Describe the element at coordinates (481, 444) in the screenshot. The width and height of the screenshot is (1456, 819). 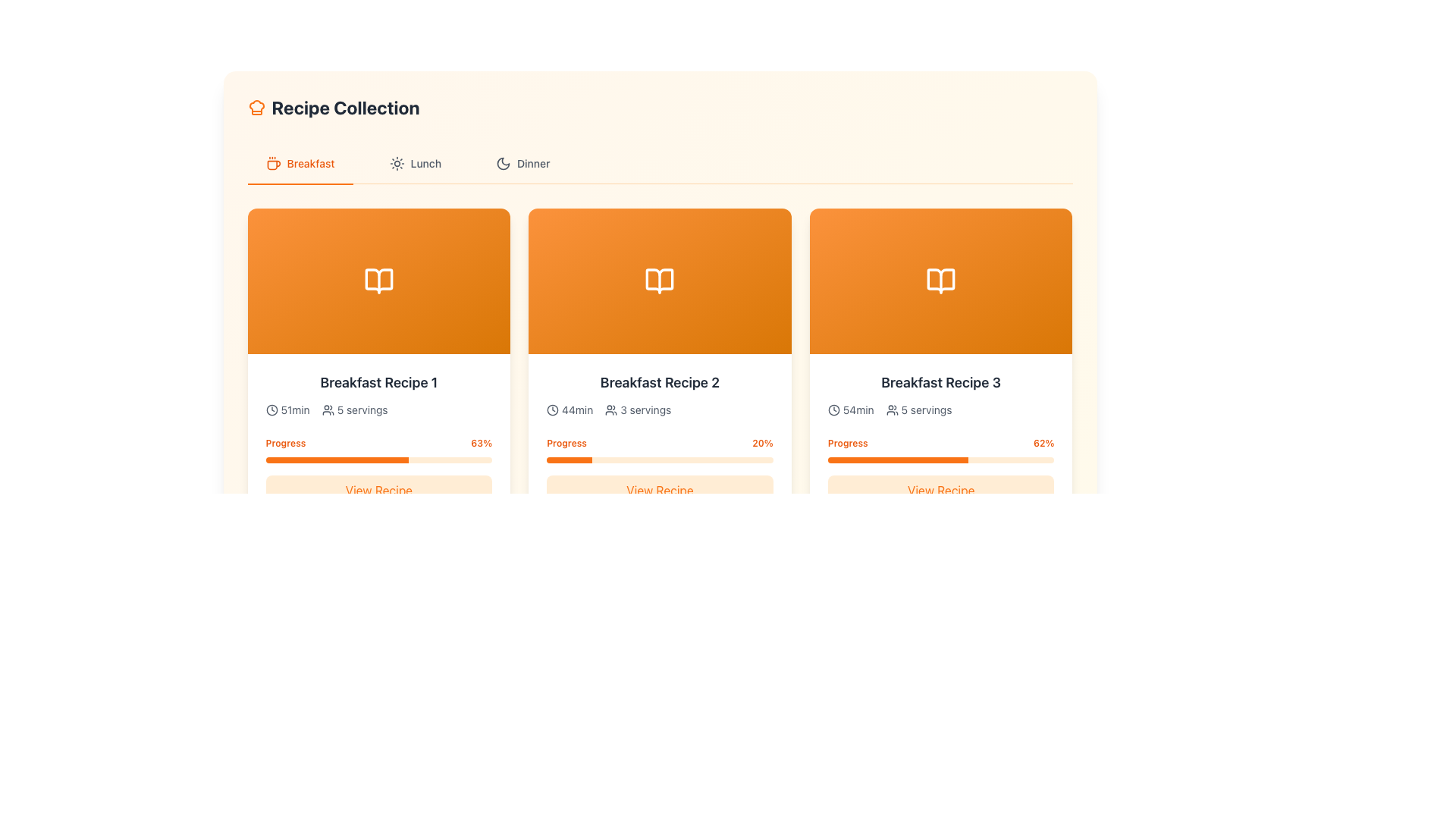
I see `the label displaying '63%' in bold, small-sized orange font, located above the progress bar in the 'Breakfast Recipe 3' card` at that location.